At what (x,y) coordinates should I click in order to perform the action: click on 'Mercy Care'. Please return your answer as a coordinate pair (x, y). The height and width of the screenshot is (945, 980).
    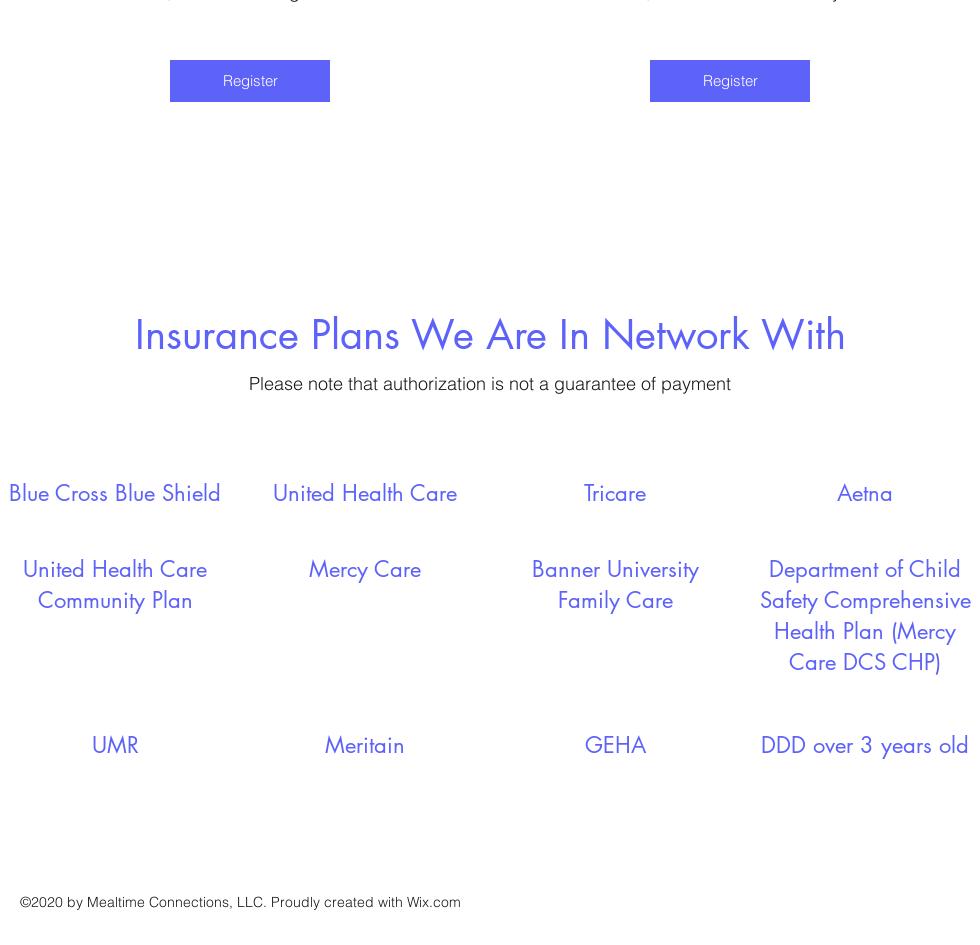
    Looking at the image, I should click on (364, 568).